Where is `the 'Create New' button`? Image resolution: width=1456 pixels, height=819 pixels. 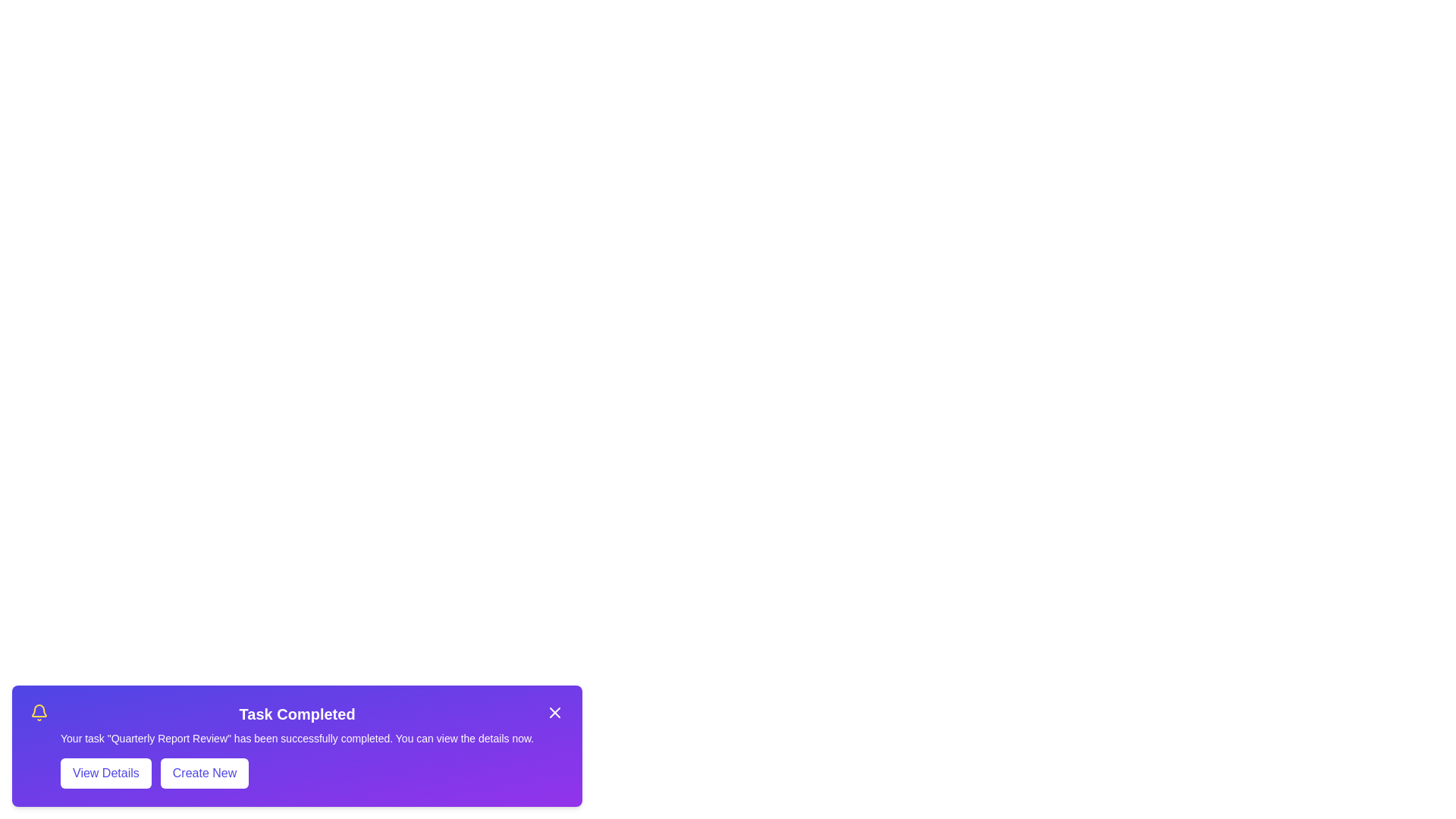
the 'Create New' button is located at coordinates (203, 773).